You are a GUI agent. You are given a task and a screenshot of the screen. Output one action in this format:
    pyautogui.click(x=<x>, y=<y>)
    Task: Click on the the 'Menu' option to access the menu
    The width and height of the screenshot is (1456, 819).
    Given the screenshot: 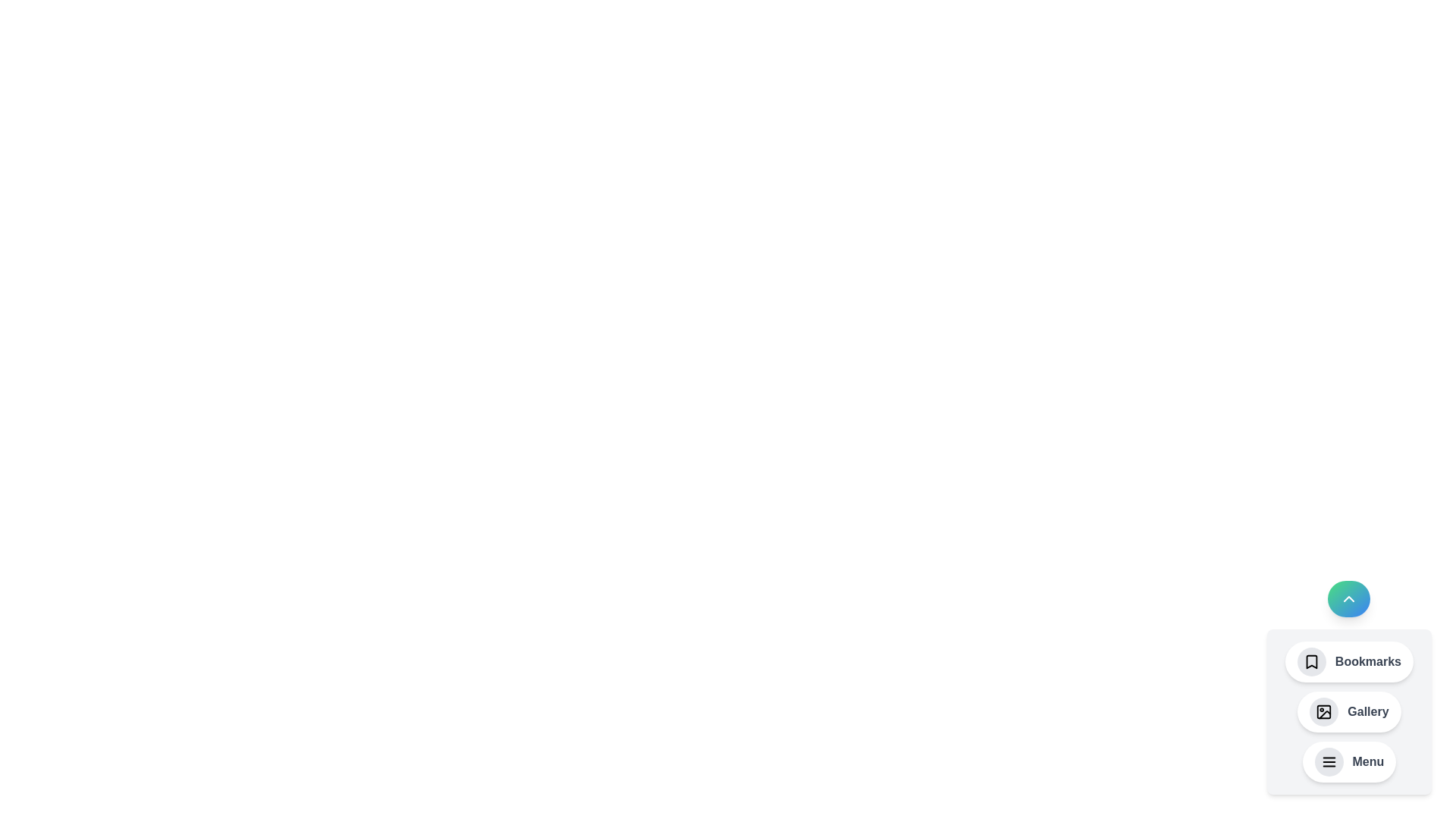 What is the action you would take?
    pyautogui.click(x=1349, y=762)
    